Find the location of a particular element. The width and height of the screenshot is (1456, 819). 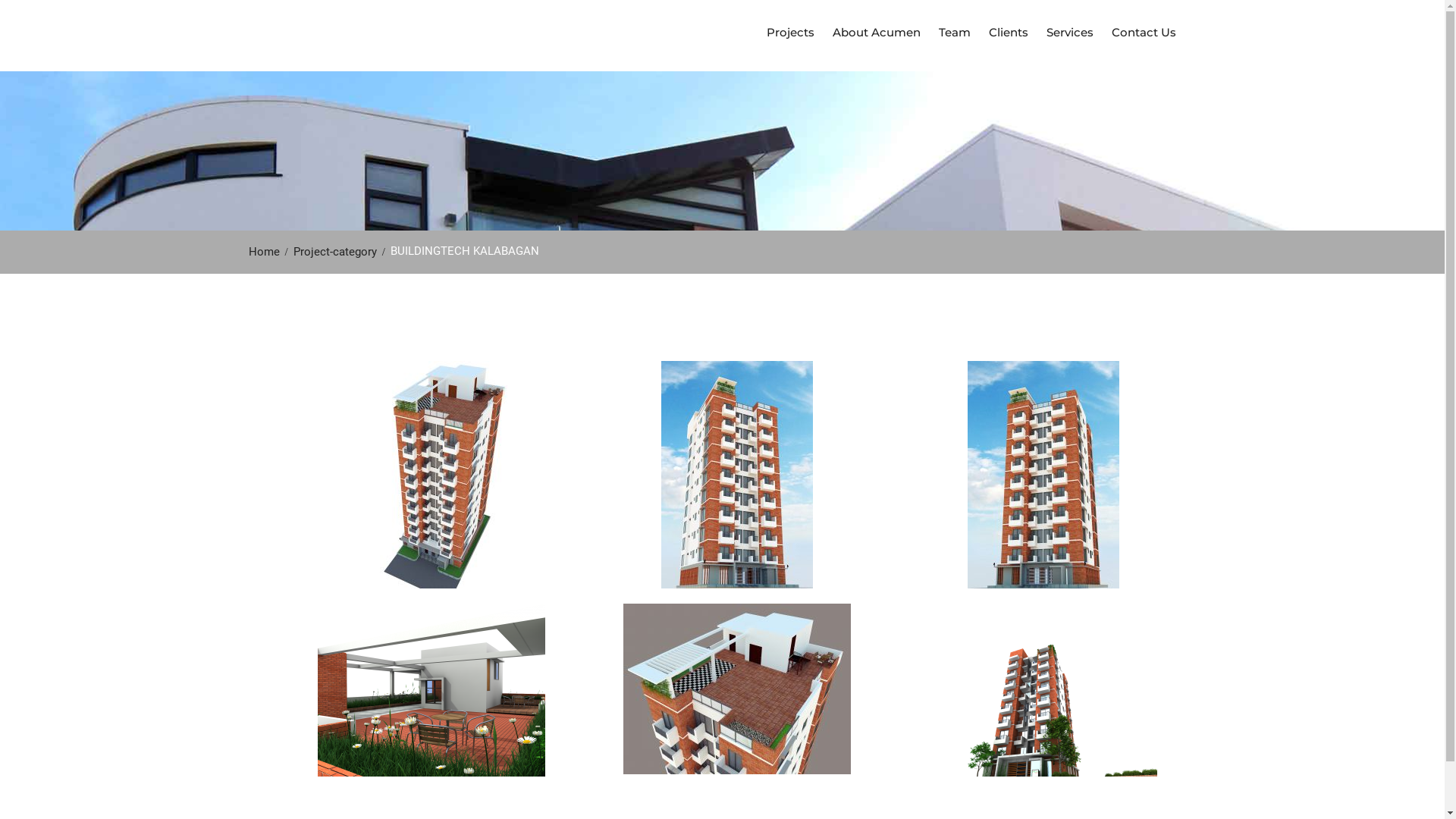

'Projects' is located at coordinates (789, 32).